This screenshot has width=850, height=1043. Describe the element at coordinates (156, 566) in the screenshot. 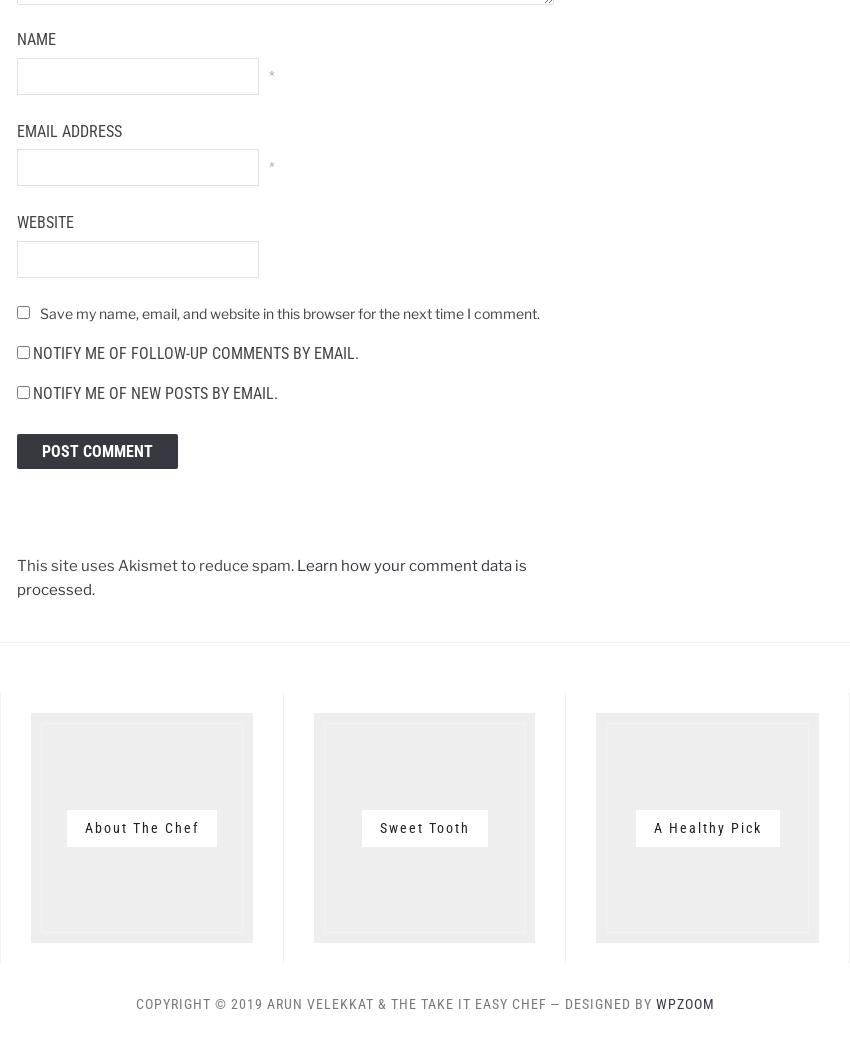

I see `'This site uses Akismet to reduce spam.'` at that location.